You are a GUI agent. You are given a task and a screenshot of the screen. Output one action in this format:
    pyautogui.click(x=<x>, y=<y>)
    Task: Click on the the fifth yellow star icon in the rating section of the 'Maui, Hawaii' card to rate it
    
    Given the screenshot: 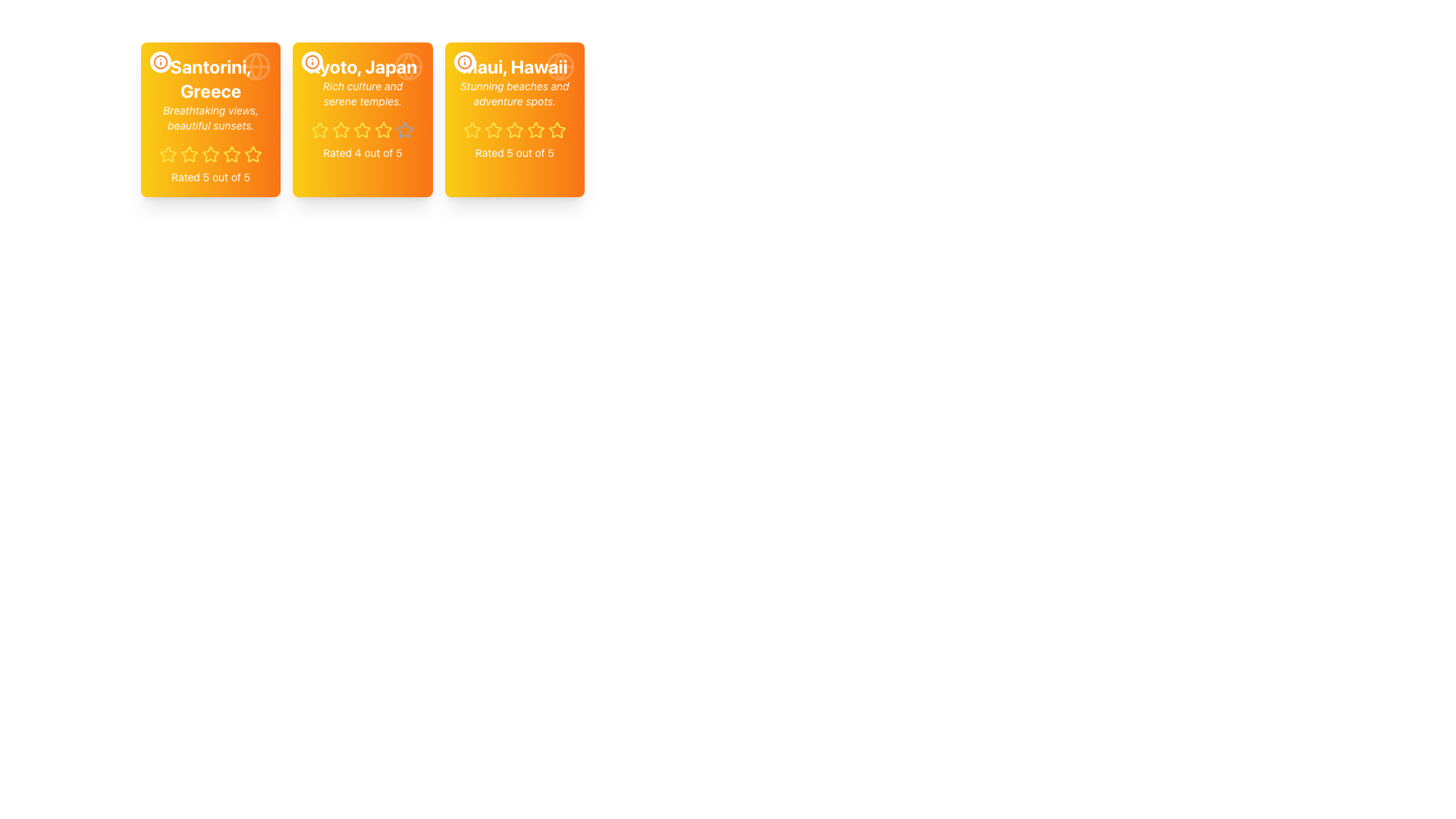 What is the action you would take?
    pyautogui.click(x=556, y=130)
    